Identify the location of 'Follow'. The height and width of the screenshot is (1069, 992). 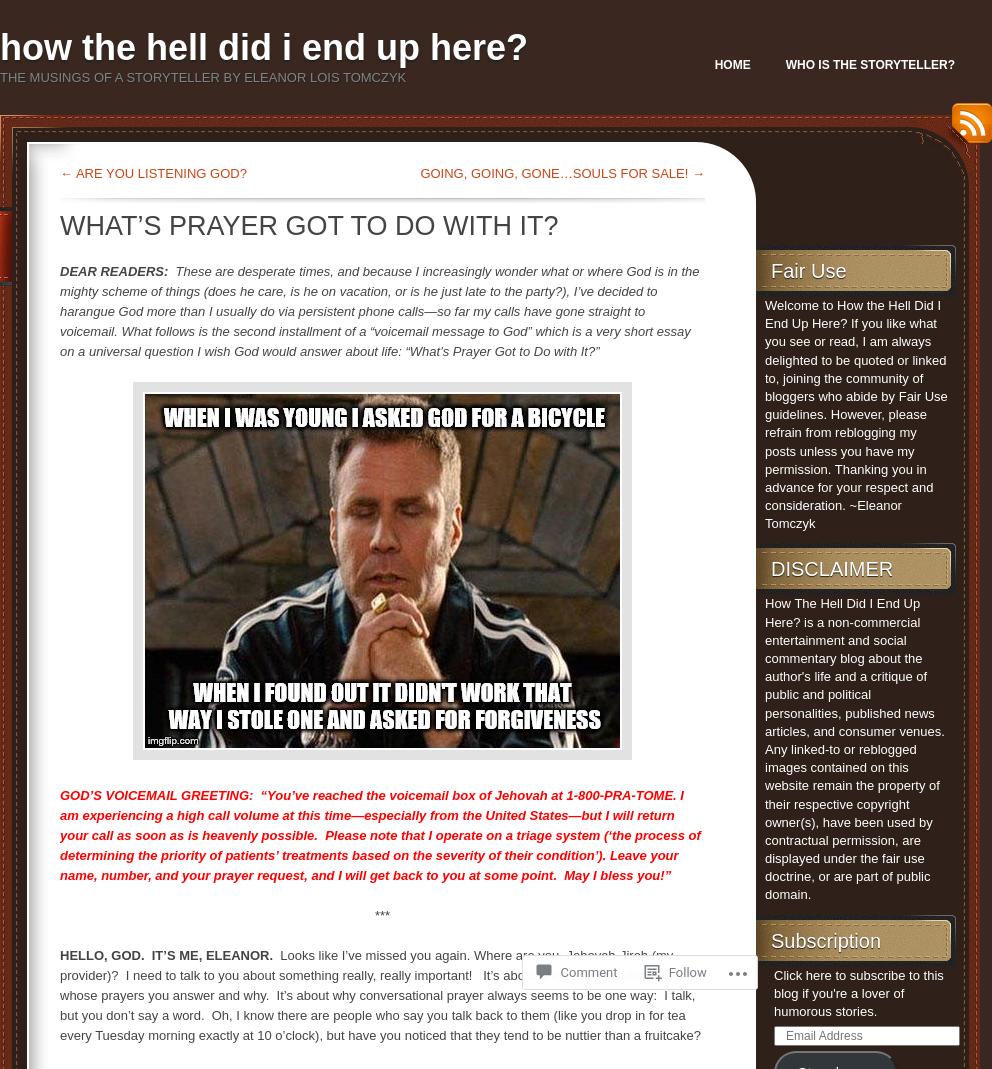
(685, 972).